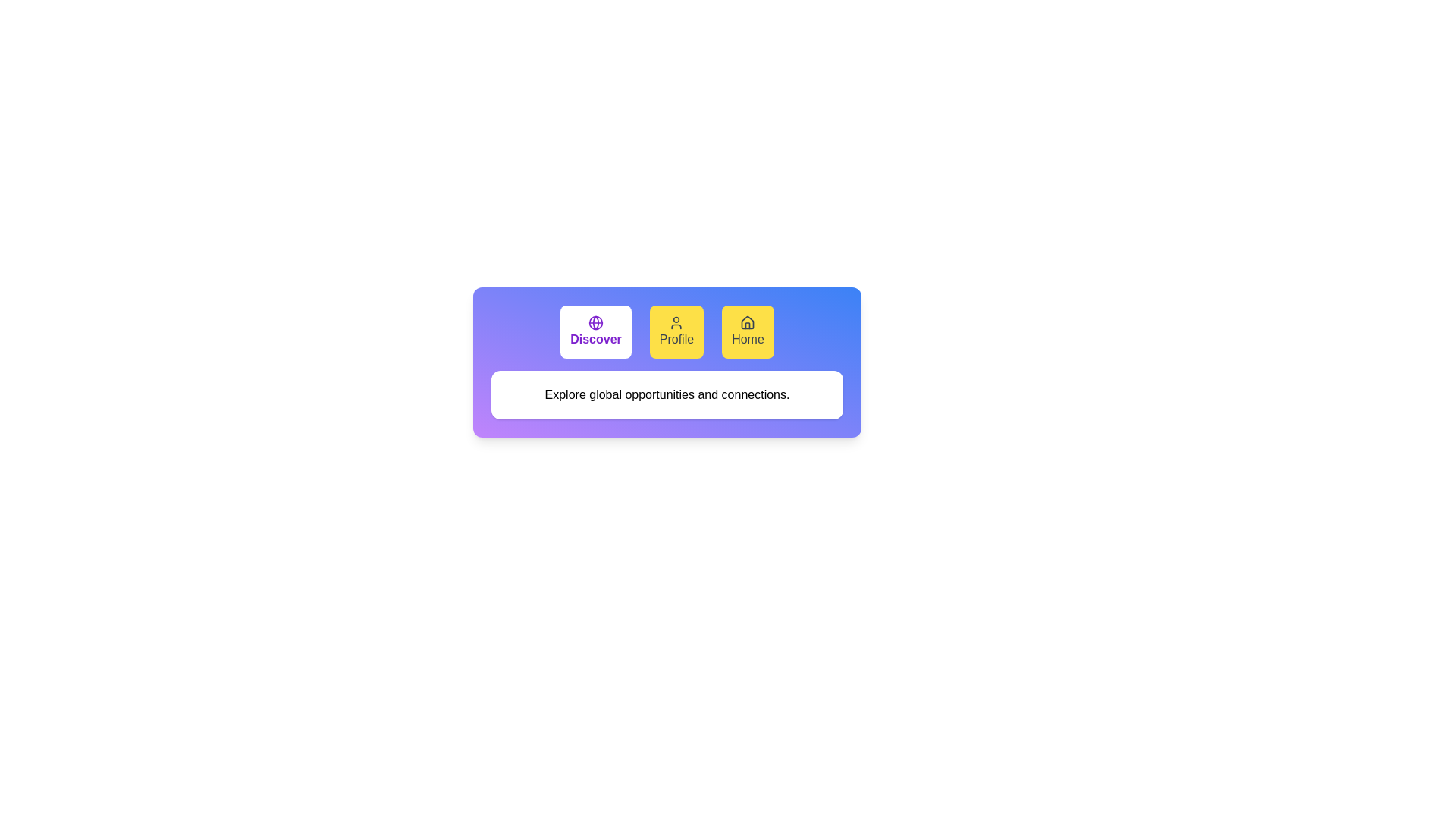 The image size is (1456, 819). I want to click on the 'Discover' button, so click(595, 331).